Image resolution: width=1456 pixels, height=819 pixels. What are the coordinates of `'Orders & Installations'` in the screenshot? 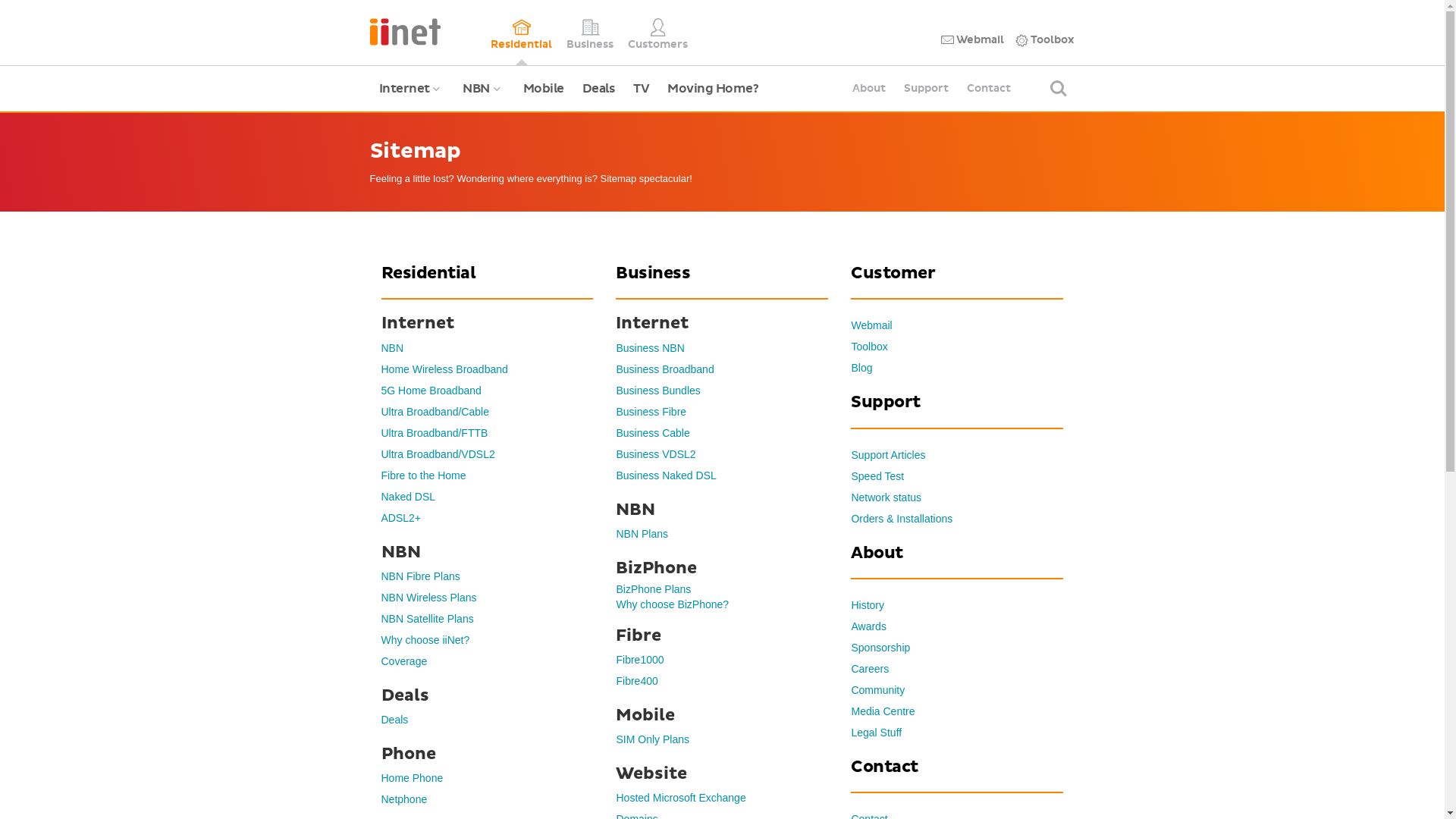 It's located at (902, 517).